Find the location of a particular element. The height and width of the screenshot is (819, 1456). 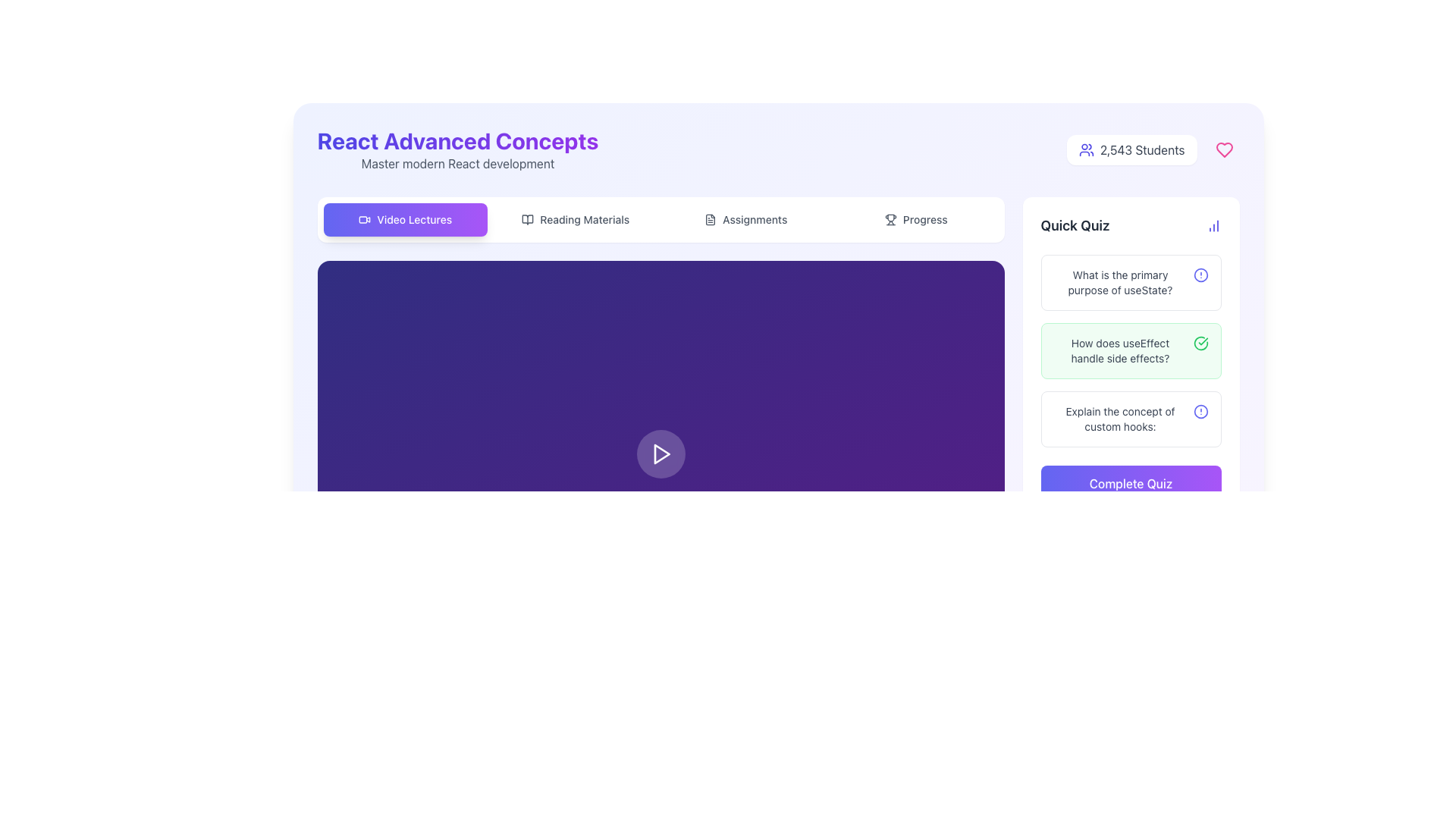

the heart icon located at the top-right of the interface, adjacent is located at coordinates (1224, 149).